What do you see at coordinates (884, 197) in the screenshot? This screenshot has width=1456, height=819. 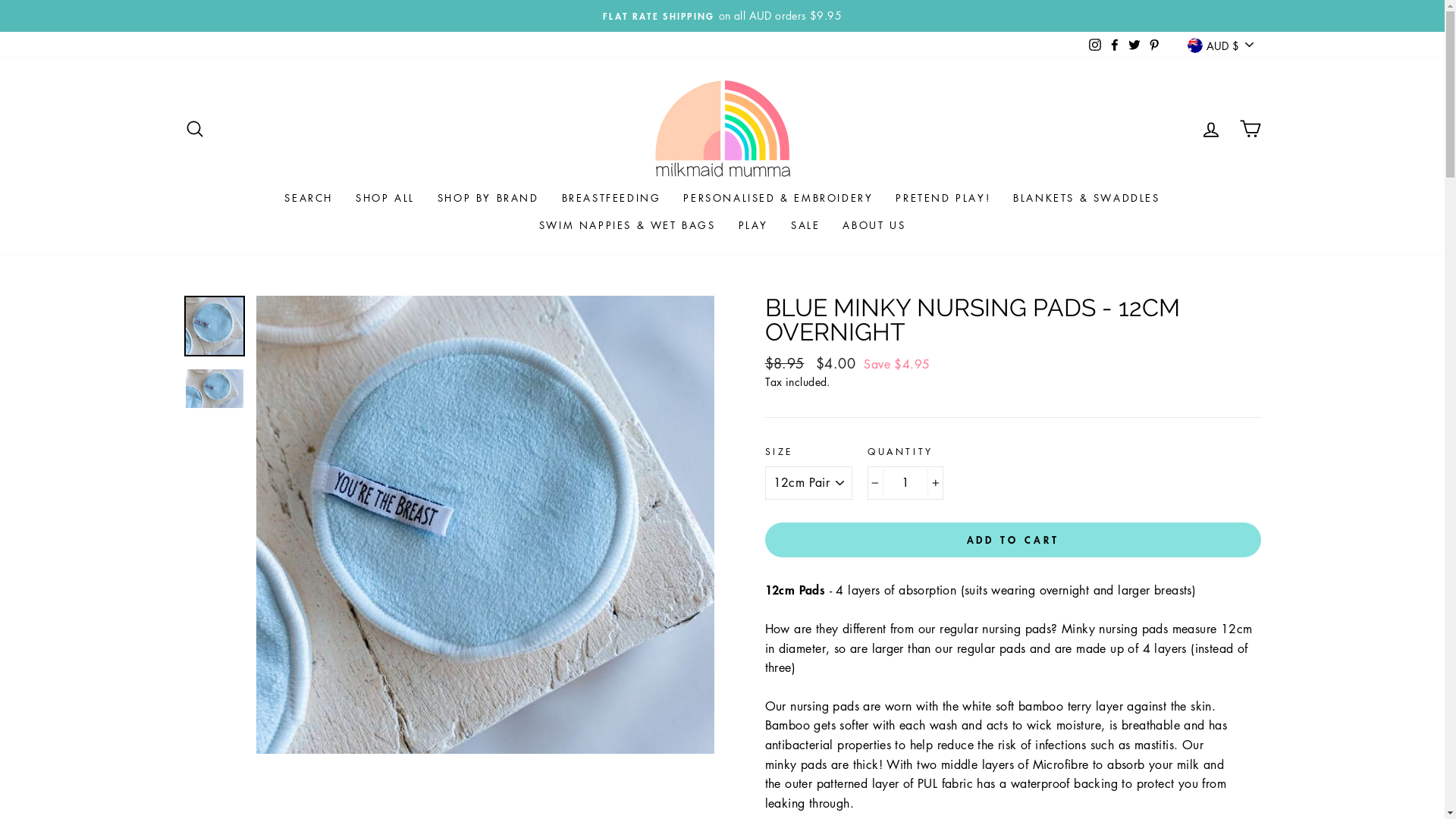 I see `'PRETEND PLAY!'` at bounding box center [884, 197].